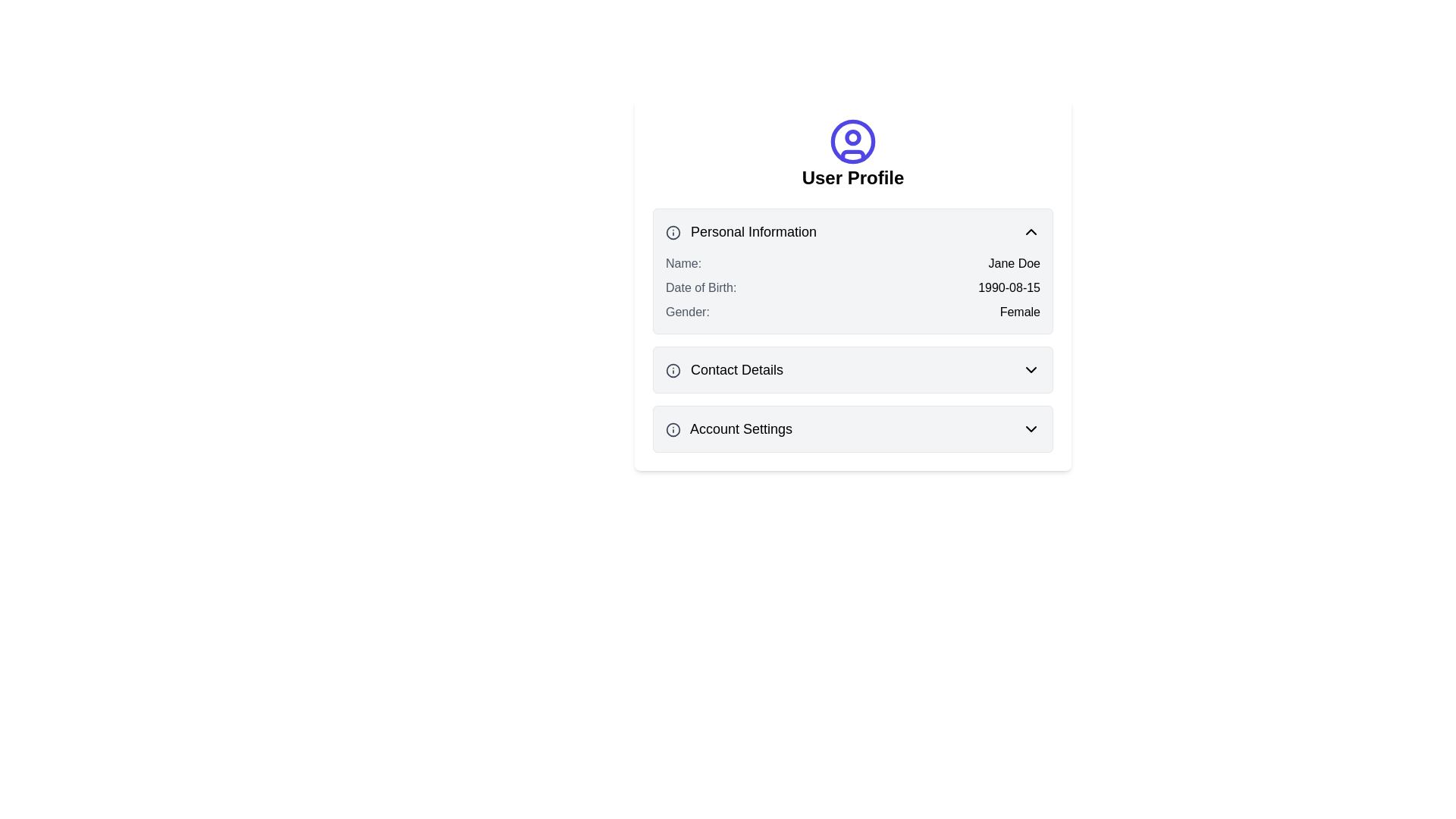  I want to click on the 'Date of Birth' text label located in the 'Personal Information' section, which is positioned between the 'Name:' and 'Gender:' labels, so click(700, 288).